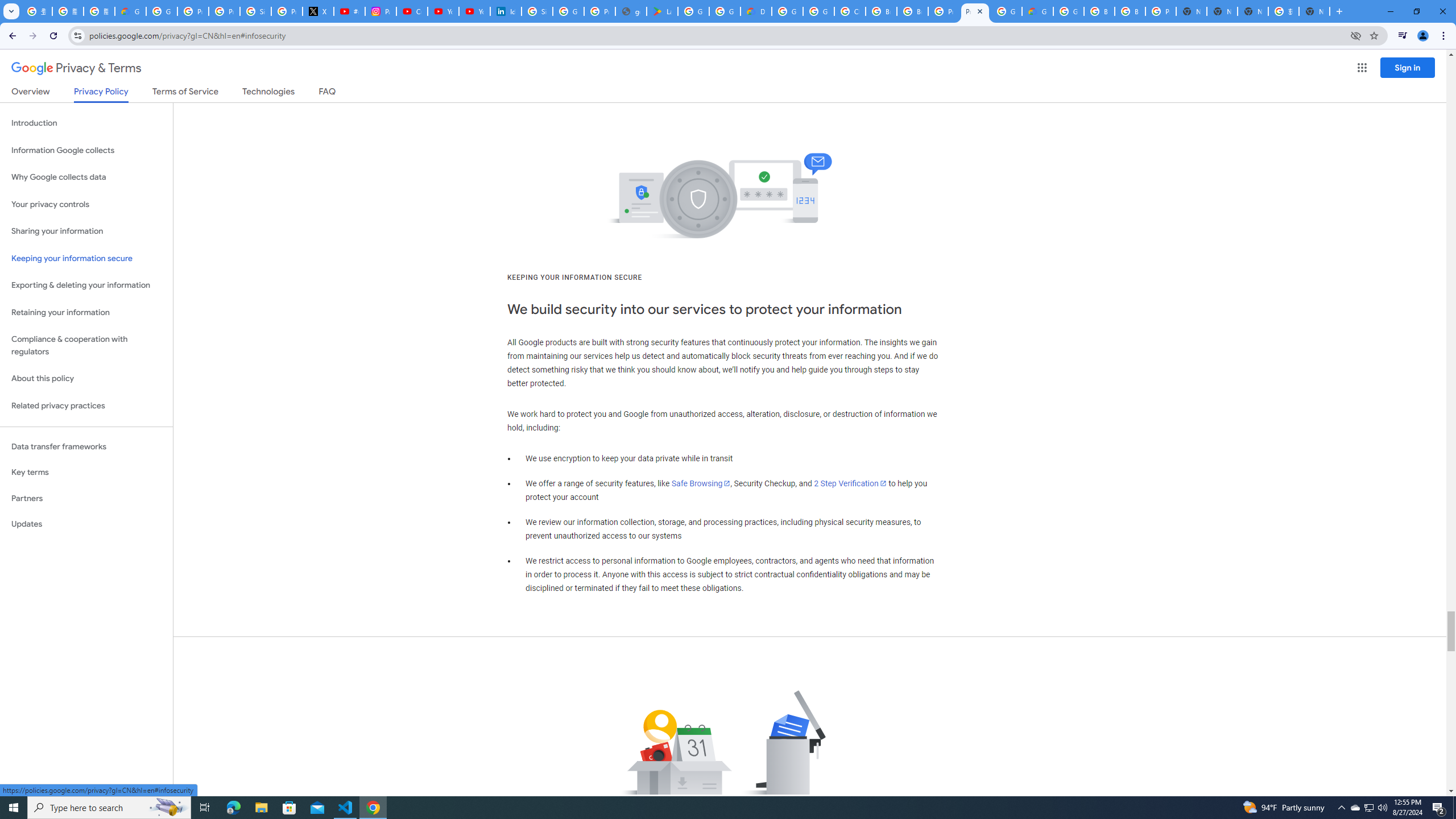  What do you see at coordinates (86, 285) in the screenshot?
I see `'Exporting & deleting your information'` at bounding box center [86, 285].